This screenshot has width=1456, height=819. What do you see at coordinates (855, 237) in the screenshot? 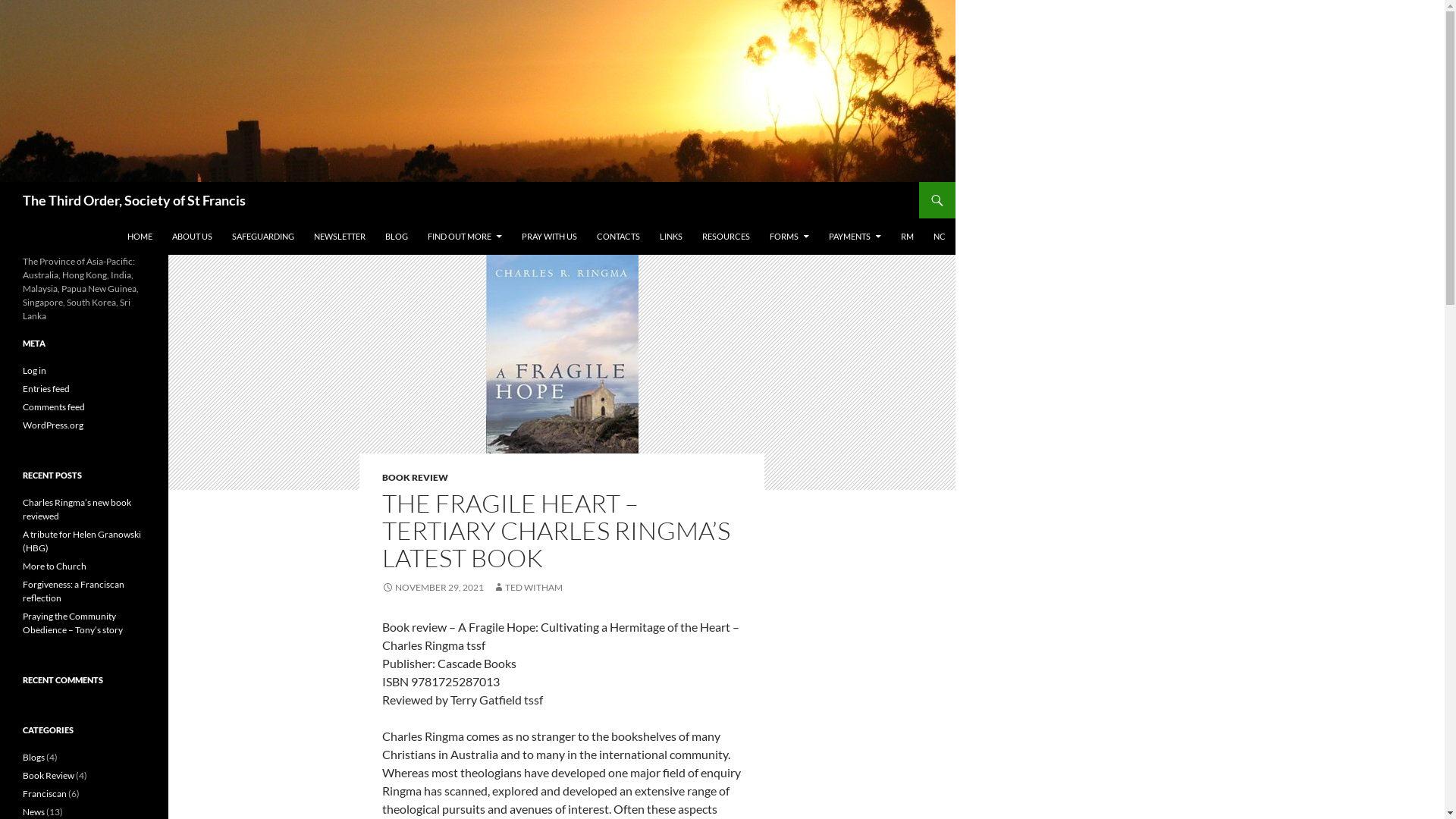
I see `'PAYMENTS'` at bounding box center [855, 237].